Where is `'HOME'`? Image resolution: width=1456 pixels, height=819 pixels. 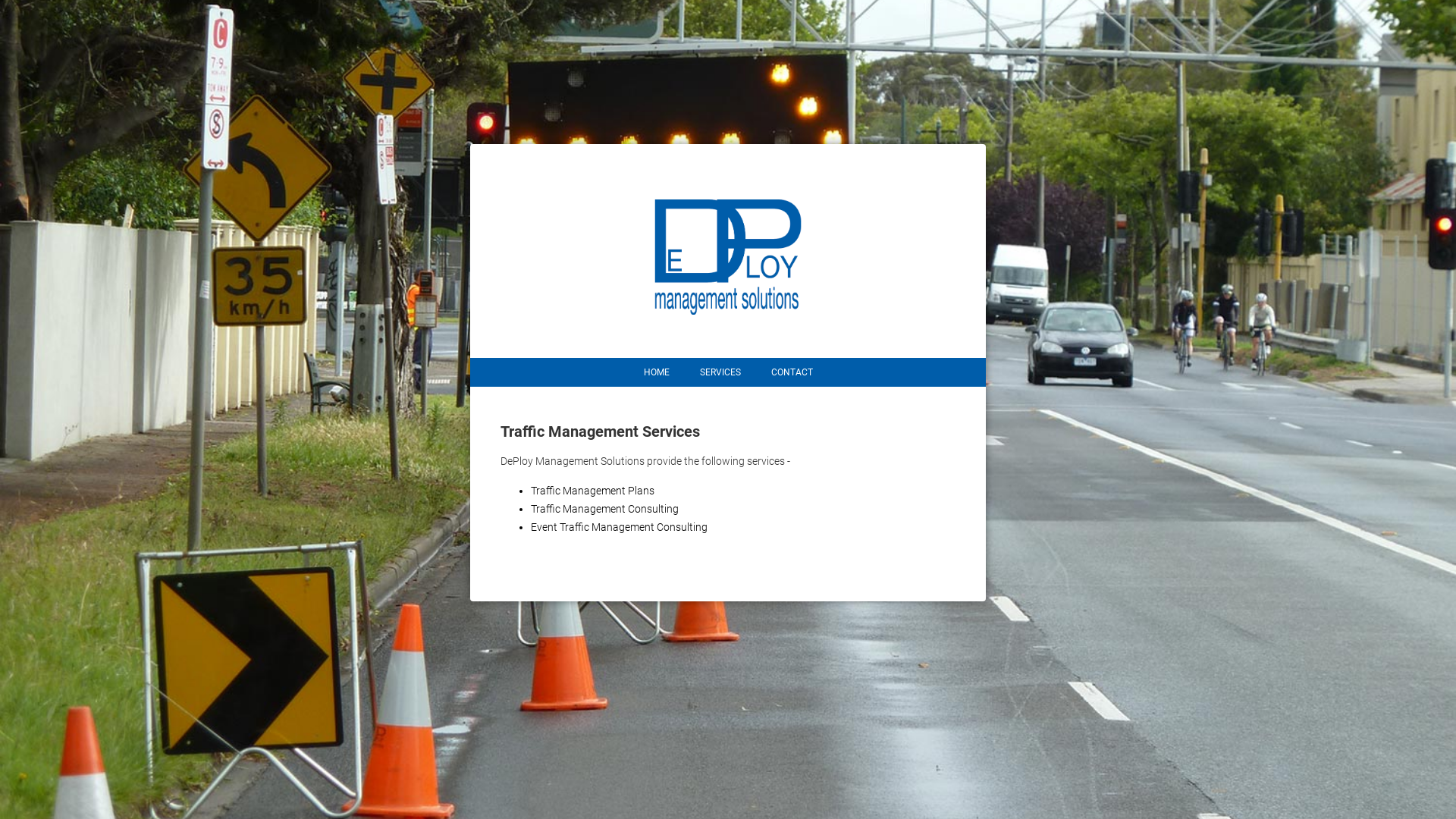
'HOME' is located at coordinates (655, 372).